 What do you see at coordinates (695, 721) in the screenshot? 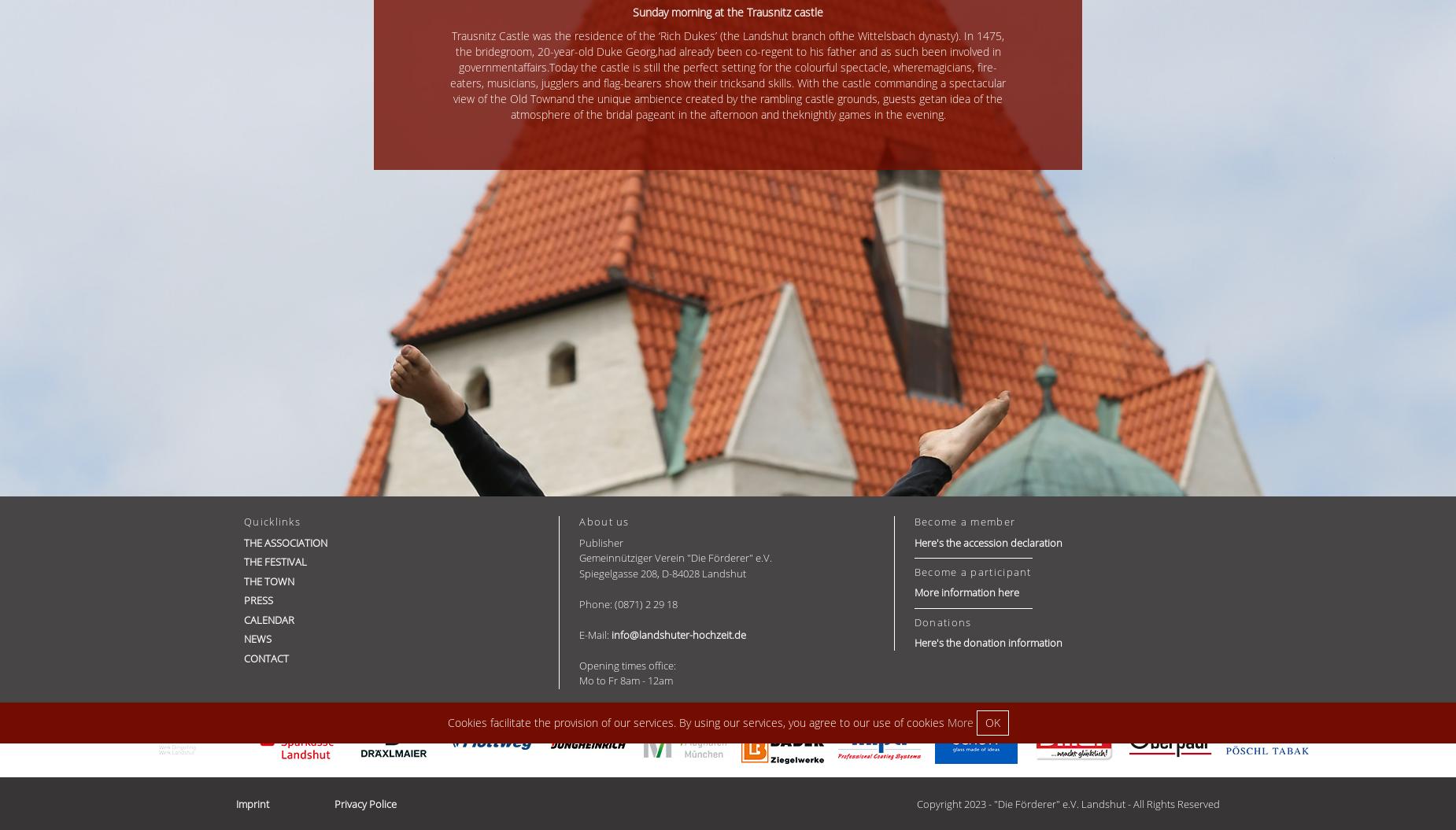
I see `'Cookies facilitate the provision of our services. By using our services, you agree to our use of cookies'` at bounding box center [695, 721].